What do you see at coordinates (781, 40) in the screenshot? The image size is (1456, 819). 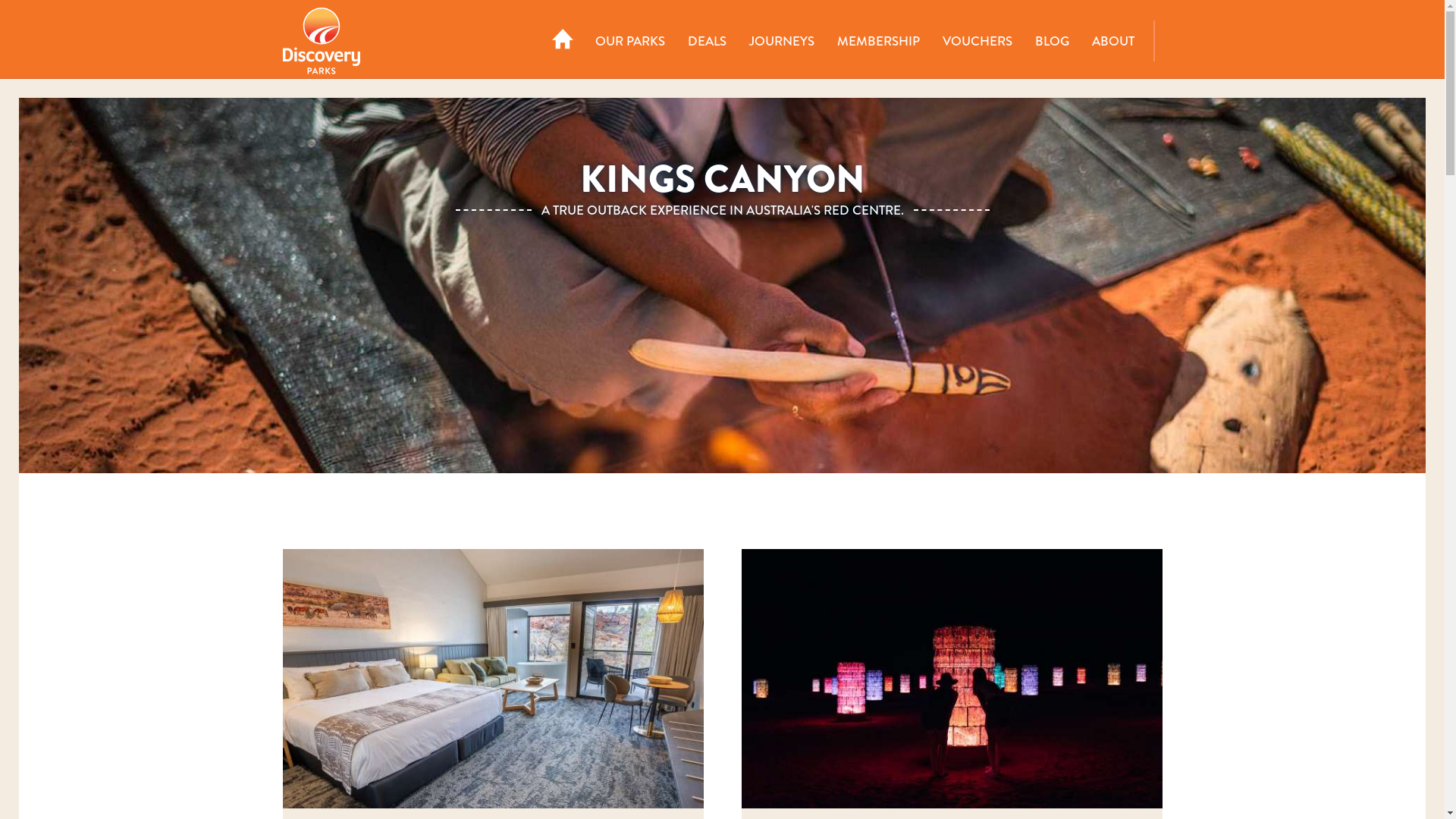 I see `'JOURNEYS'` at bounding box center [781, 40].